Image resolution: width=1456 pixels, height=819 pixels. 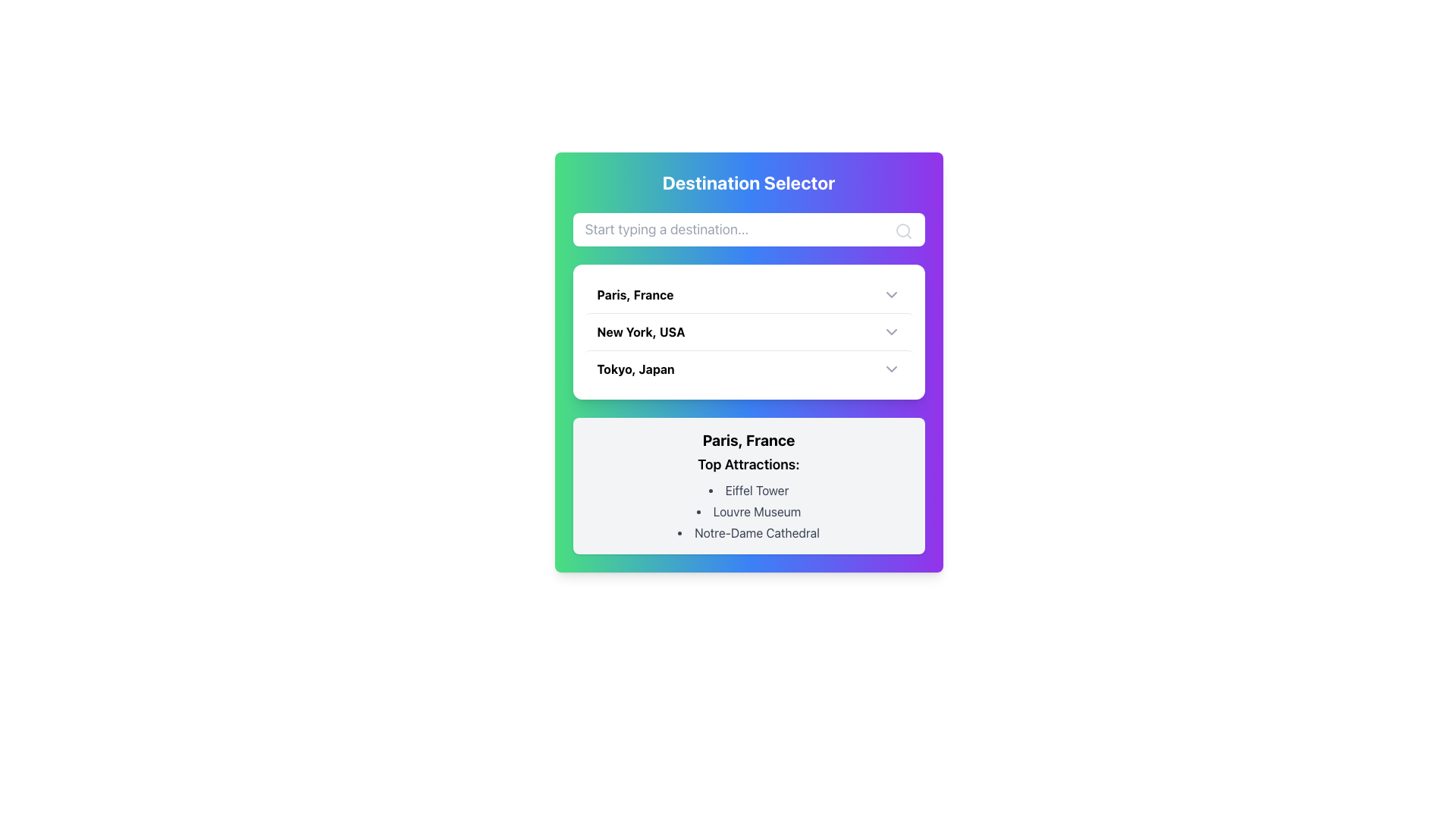 What do you see at coordinates (891, 331) in the screenshot?
I see `the dropdown indicator icon located` at bounding box center [891, 331].